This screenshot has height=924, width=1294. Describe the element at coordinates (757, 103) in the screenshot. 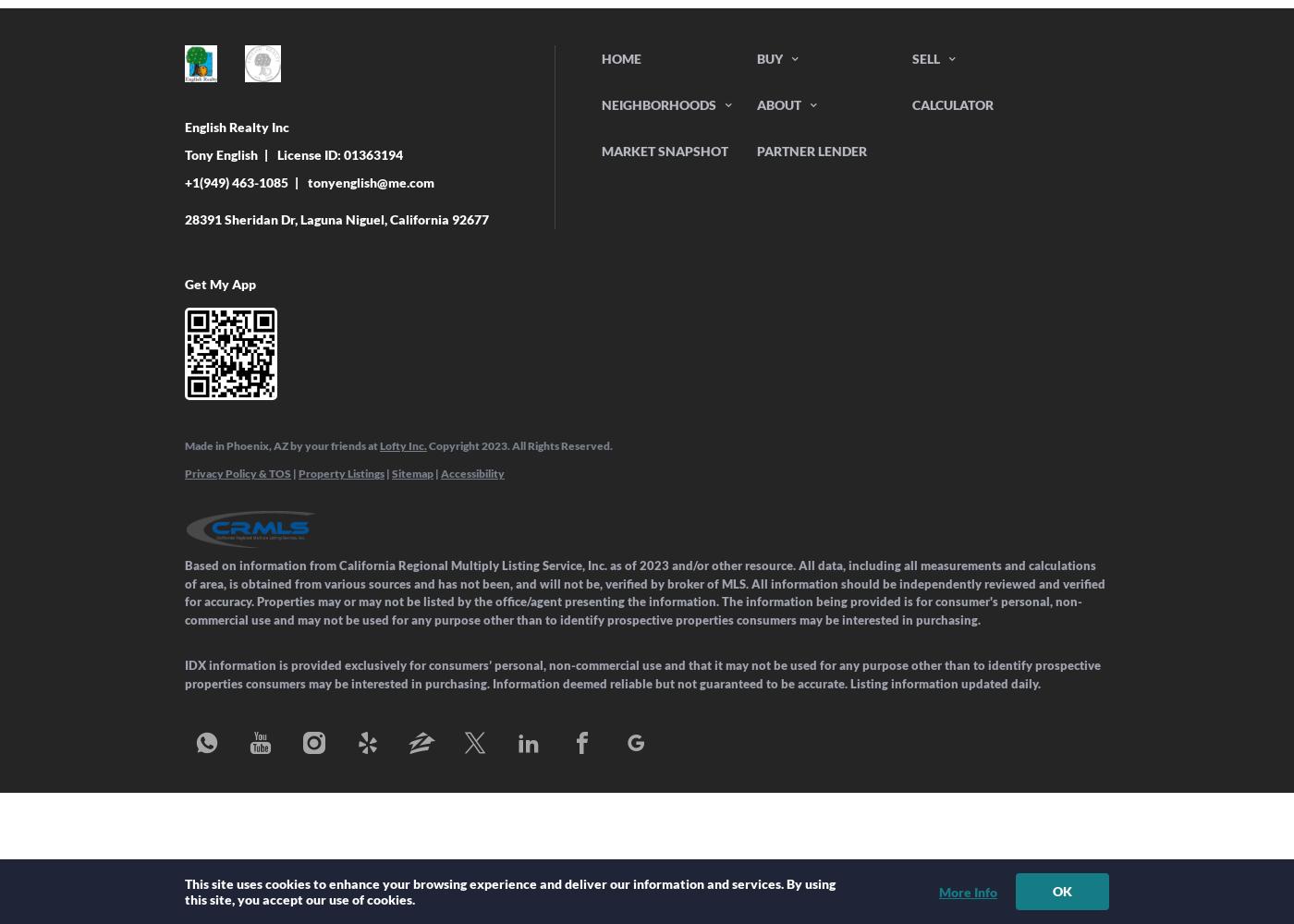

I see `'About'` at that location.